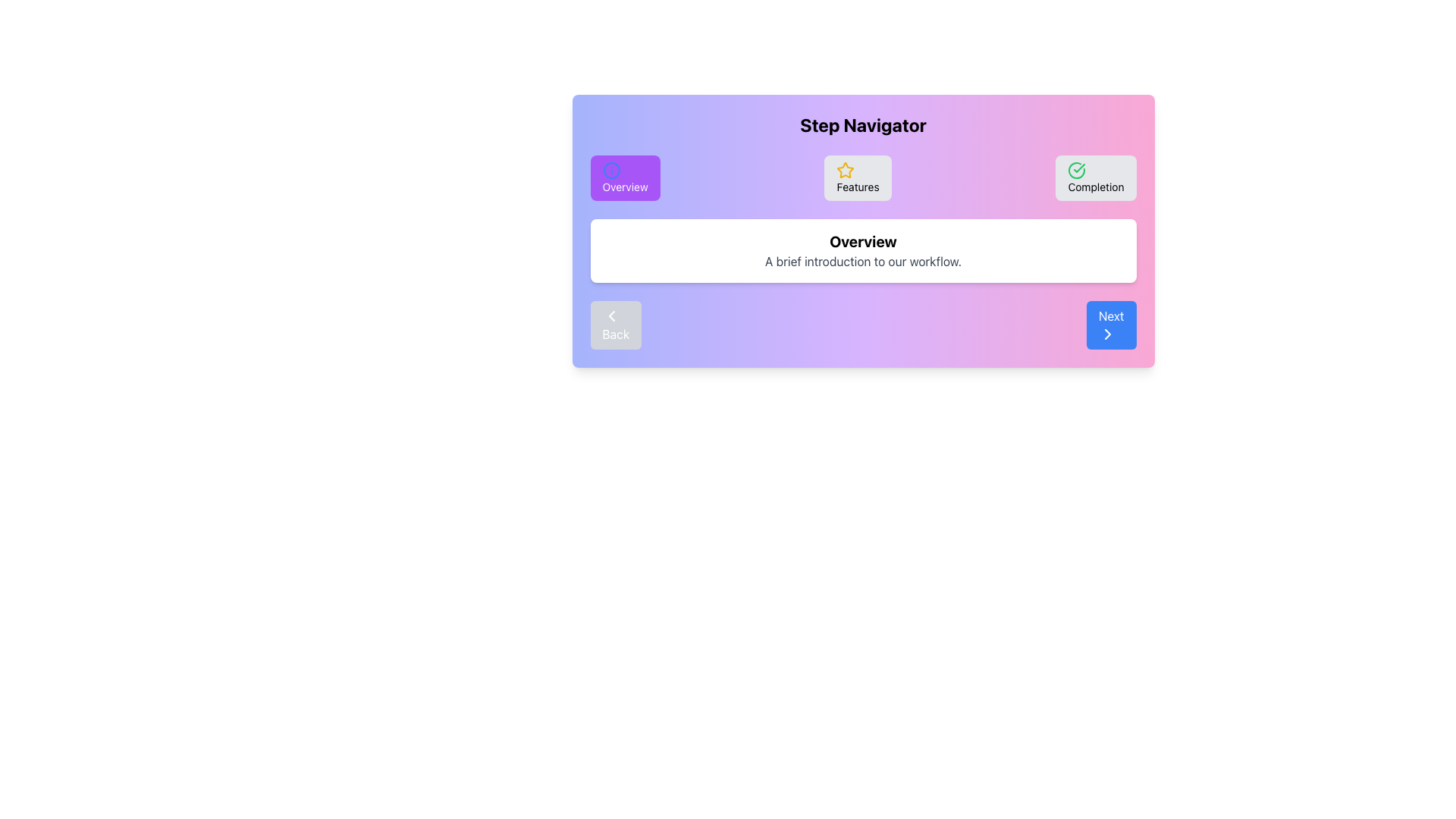  Describe the element at coordinates (1107, 333) in the screenshot. I see `the right-facing chevron icon within the 'Next' button located in the bottom-right corner of the card-style UI` at that location.